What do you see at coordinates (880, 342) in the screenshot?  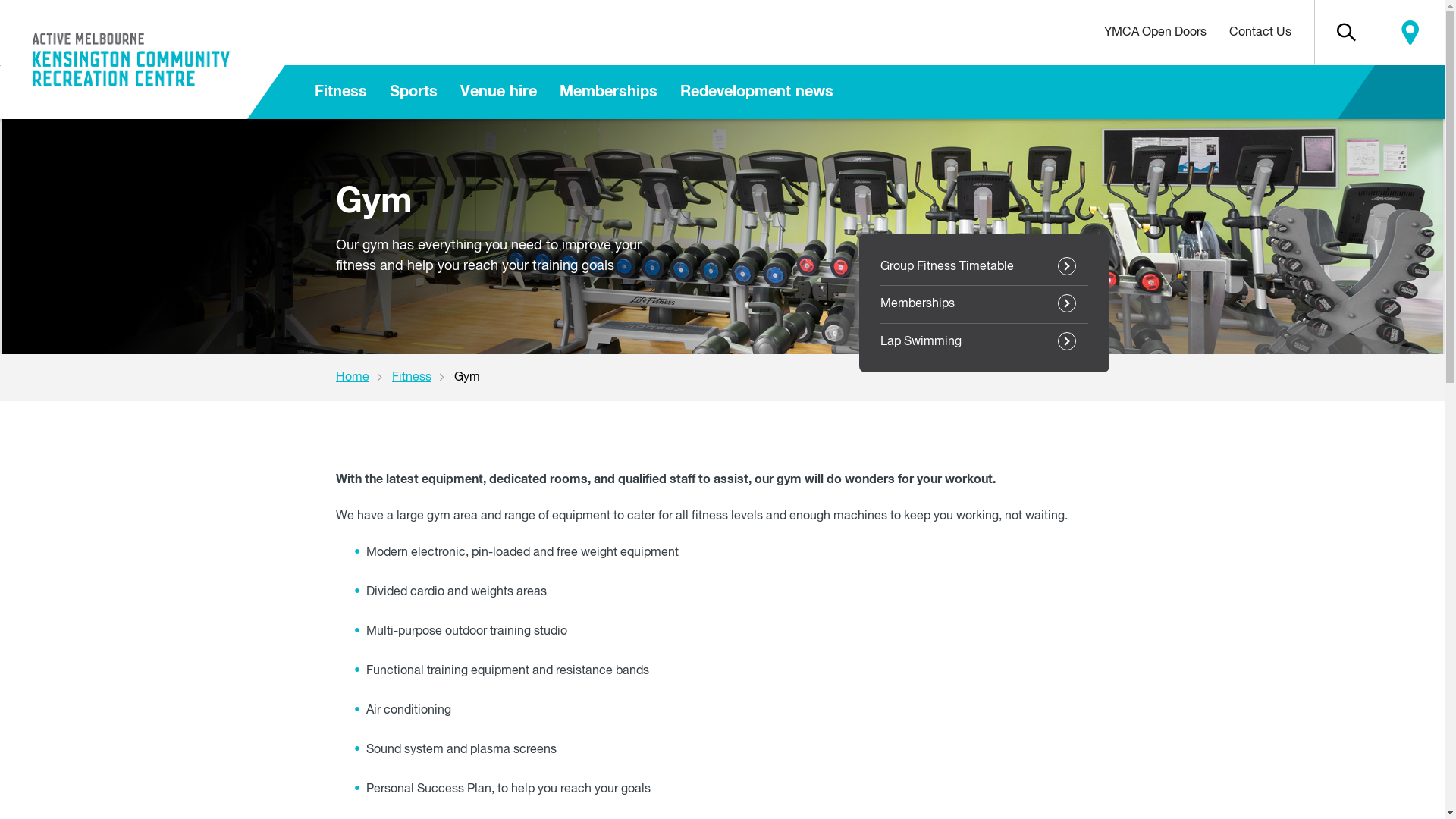 I see `'Lap Swimming'` at bounding box center [880, 342].